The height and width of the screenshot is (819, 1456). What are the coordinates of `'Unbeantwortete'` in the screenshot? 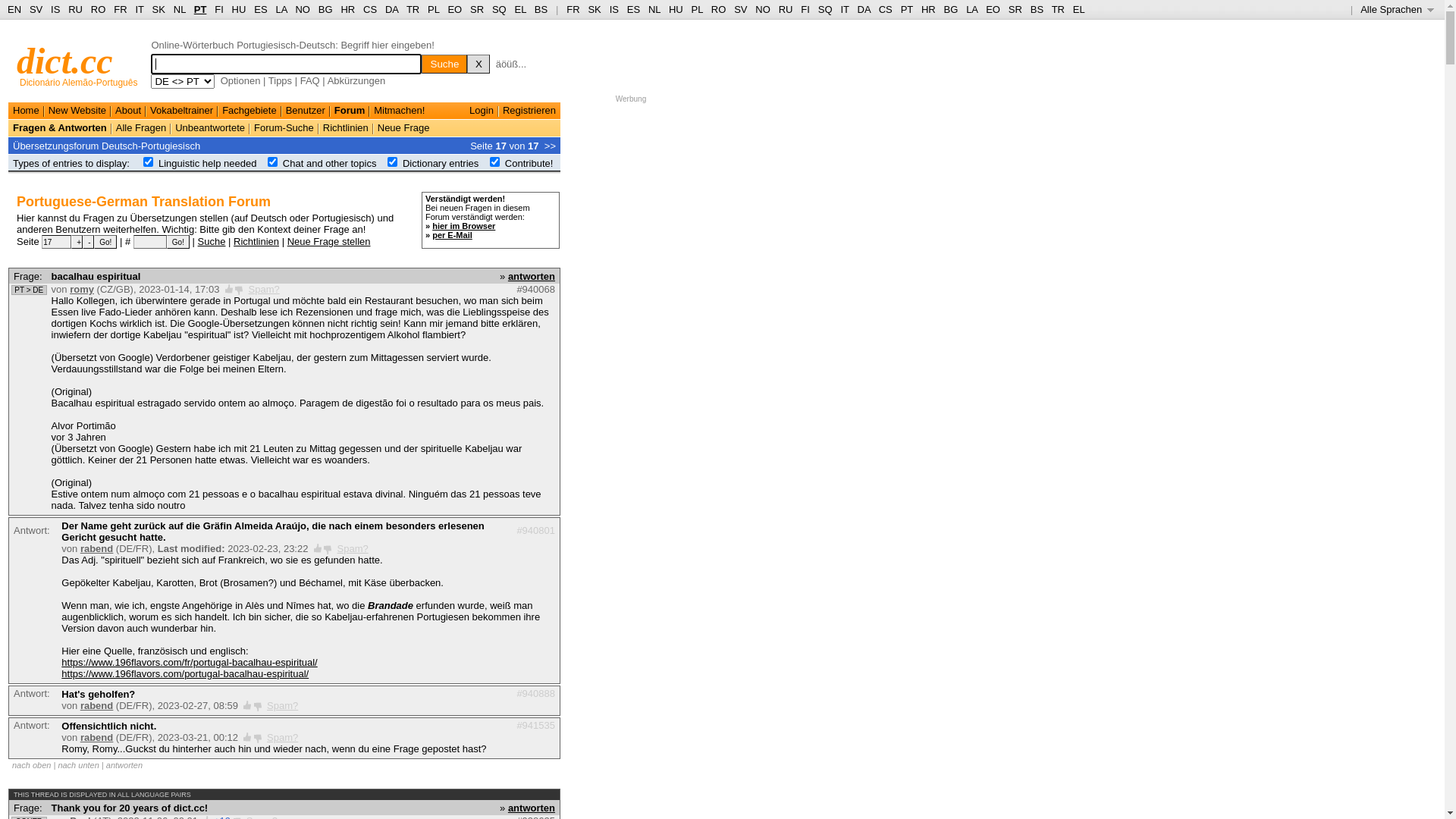 It's located at (209, 127).